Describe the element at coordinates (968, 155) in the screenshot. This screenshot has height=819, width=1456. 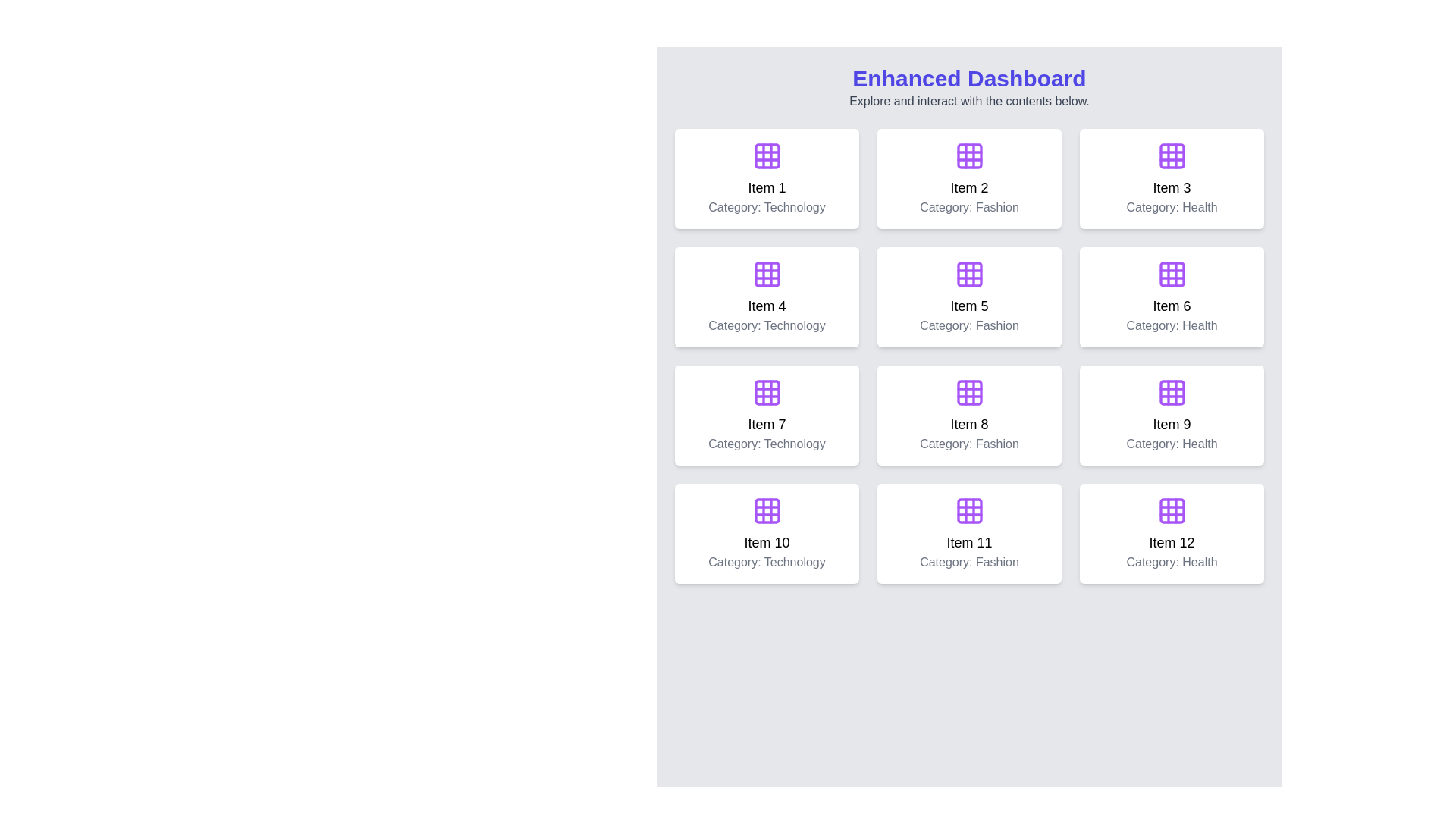
I see `the icon located at the top center of the card labeled 'Item 2' in the first row of the dashboard interface` at that location.